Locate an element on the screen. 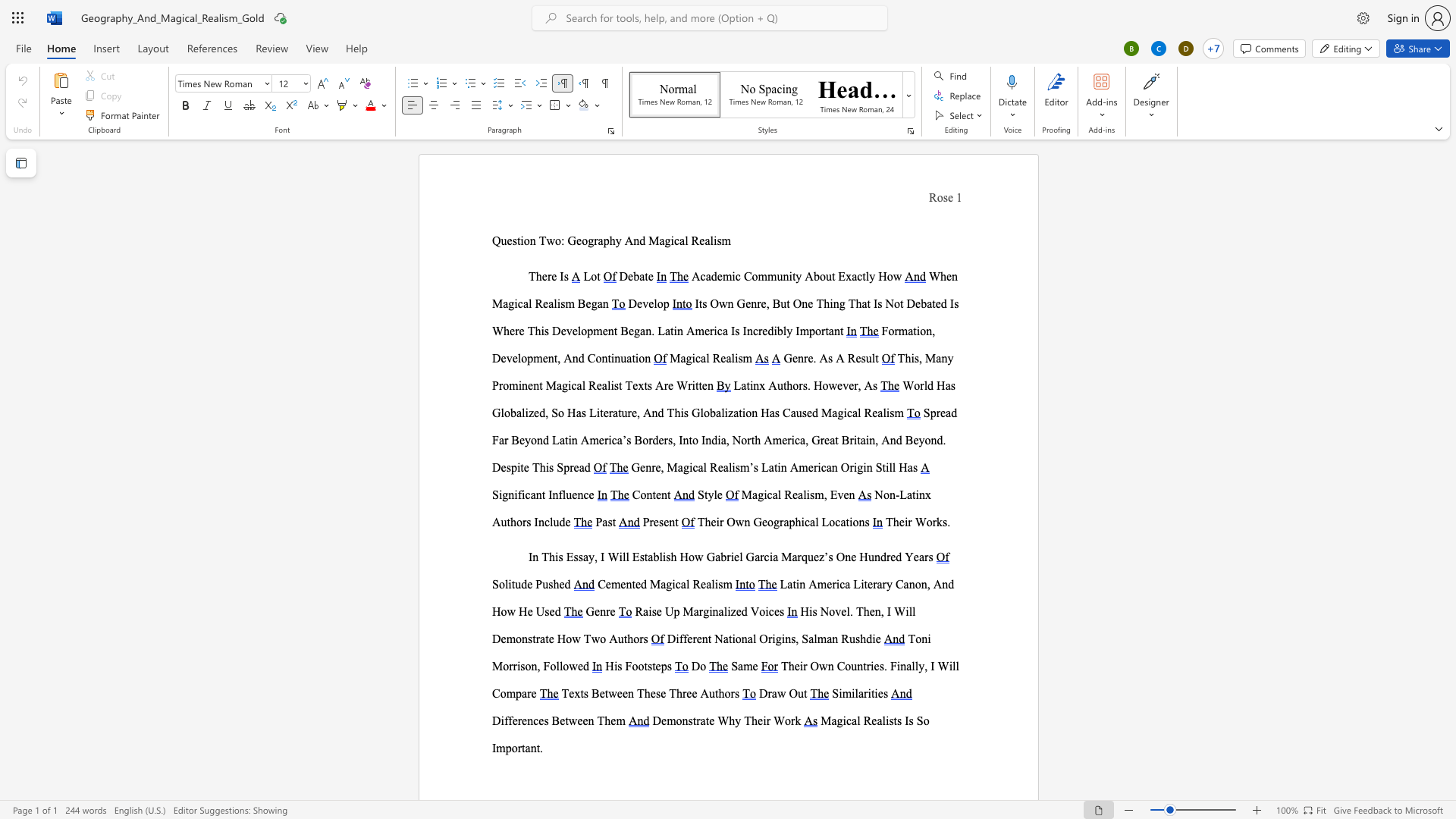  the space between the continuous character "I" and "n" in the text is located at coordinates (552, 494).